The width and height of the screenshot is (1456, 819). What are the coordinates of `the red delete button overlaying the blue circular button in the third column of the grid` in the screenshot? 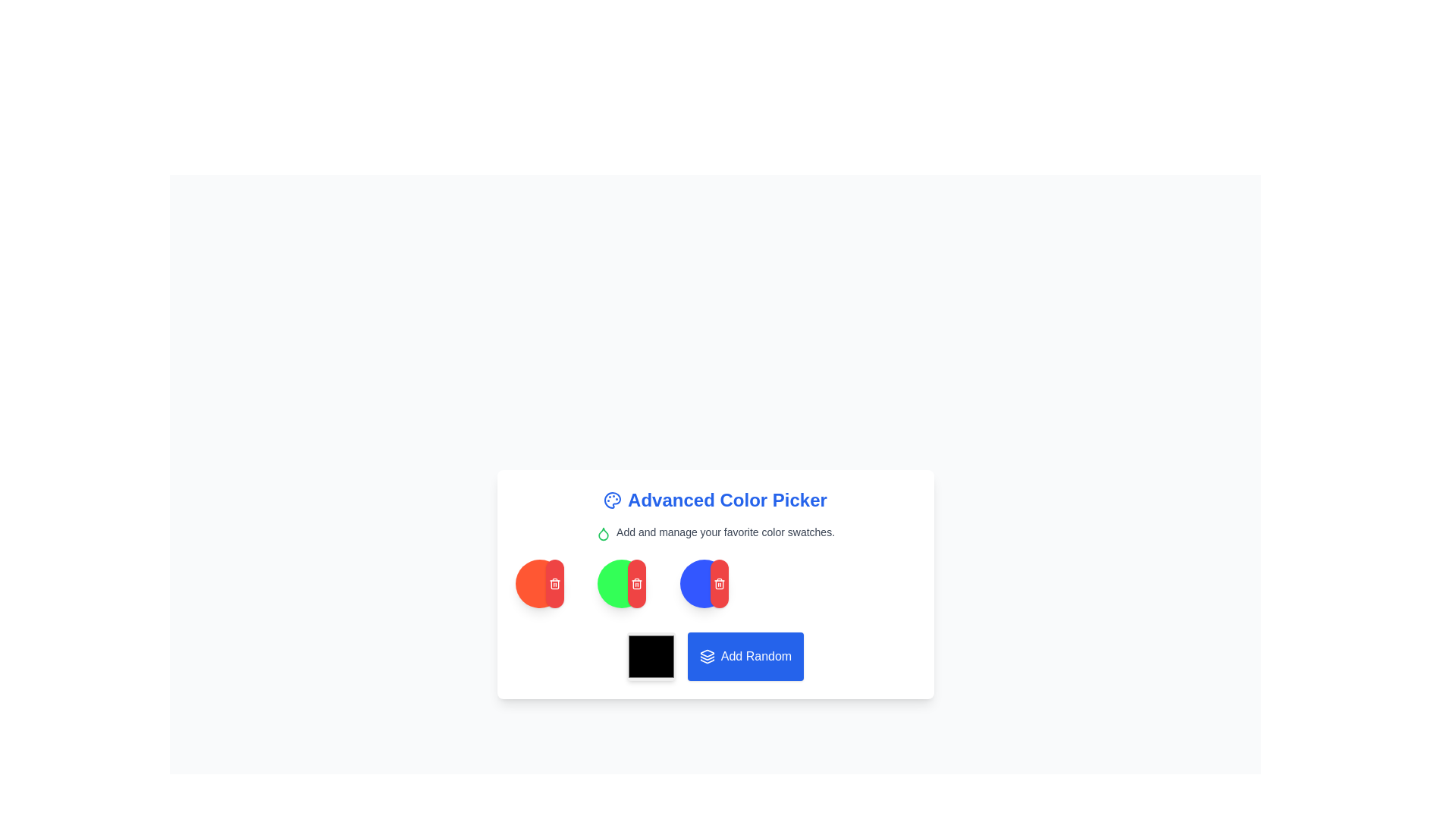 It's located at (704, 582).